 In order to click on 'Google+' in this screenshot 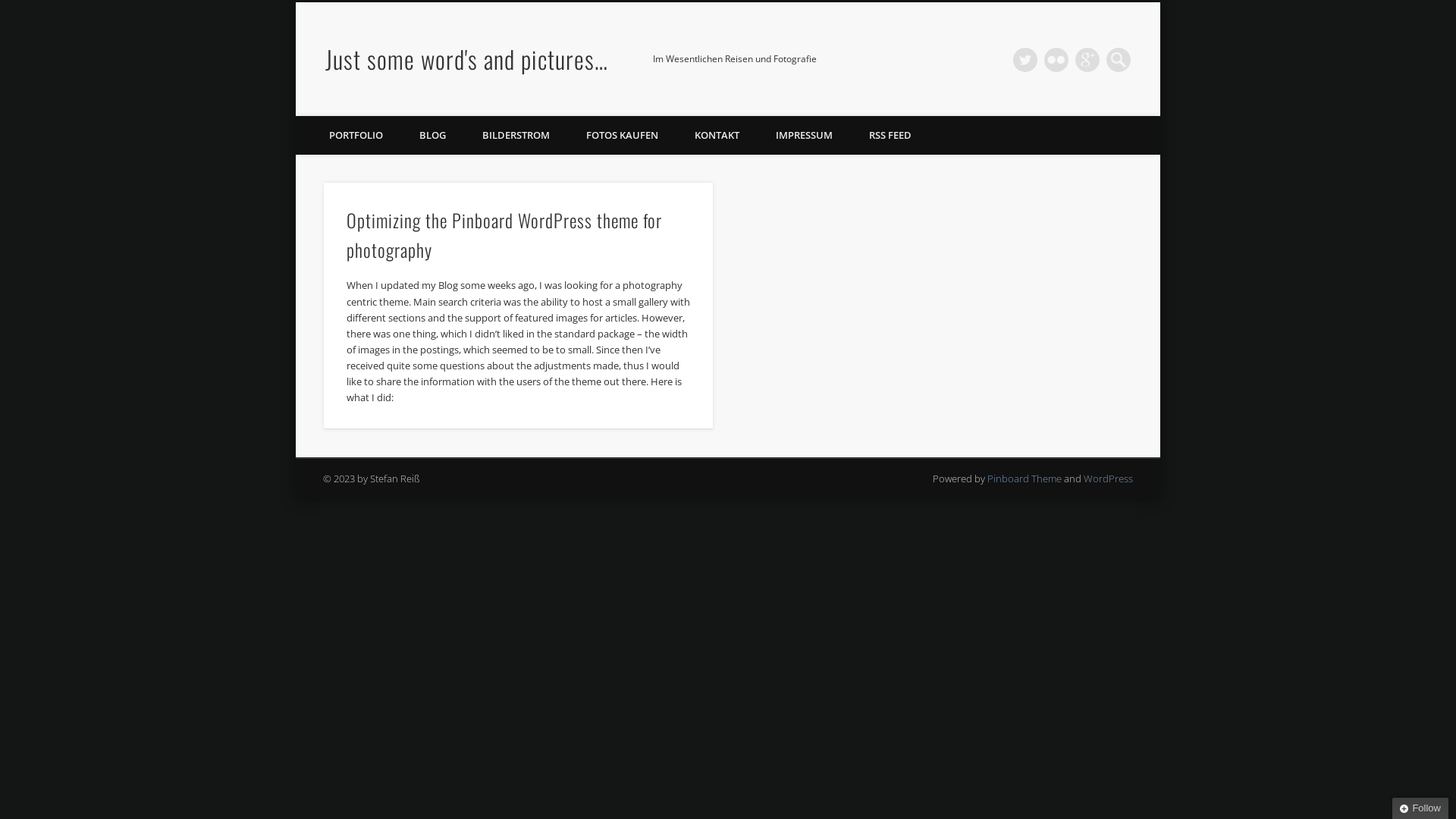, I will do `click(1087, 58)`.